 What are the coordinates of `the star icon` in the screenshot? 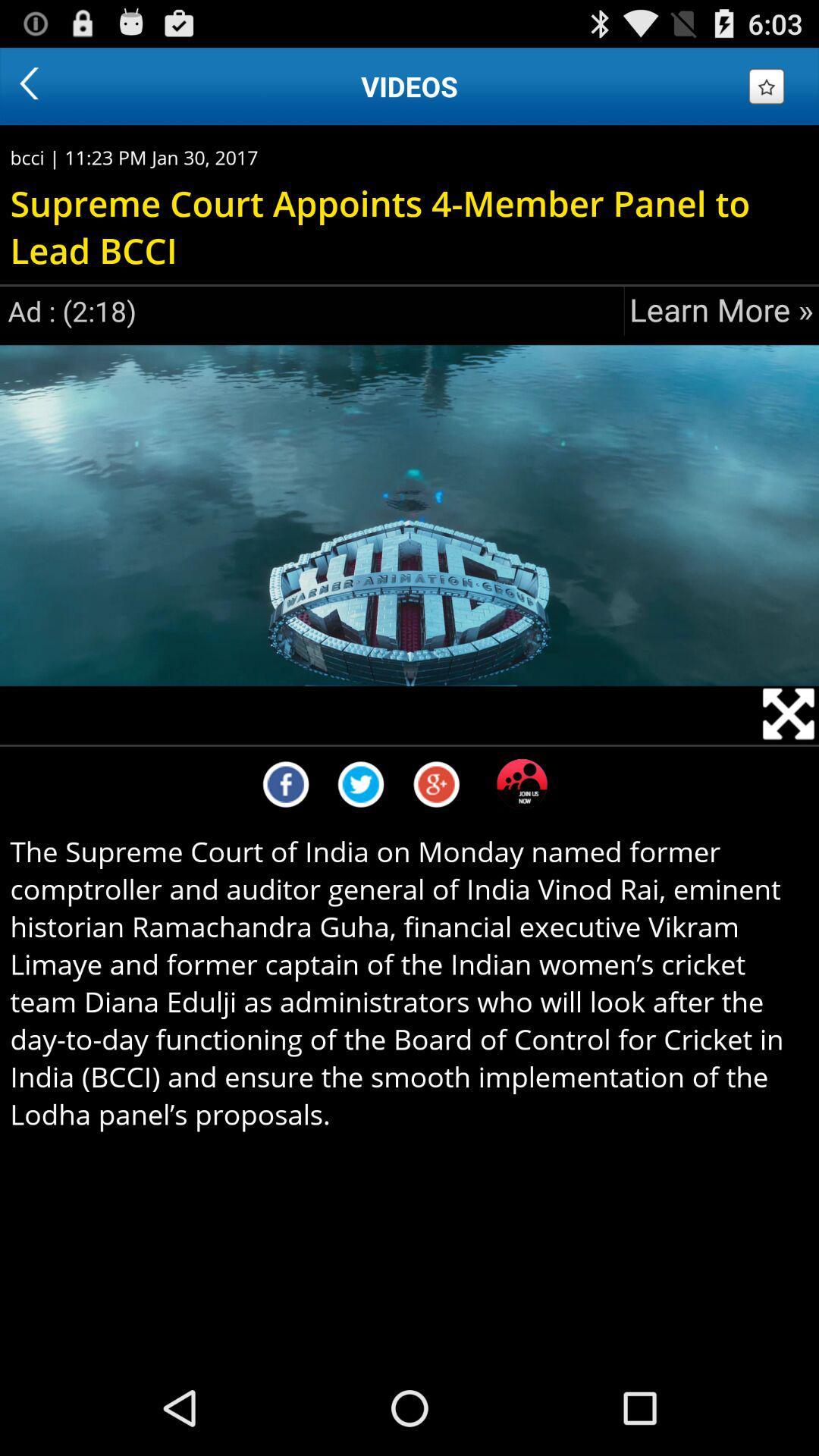 It's located at (764, 91).